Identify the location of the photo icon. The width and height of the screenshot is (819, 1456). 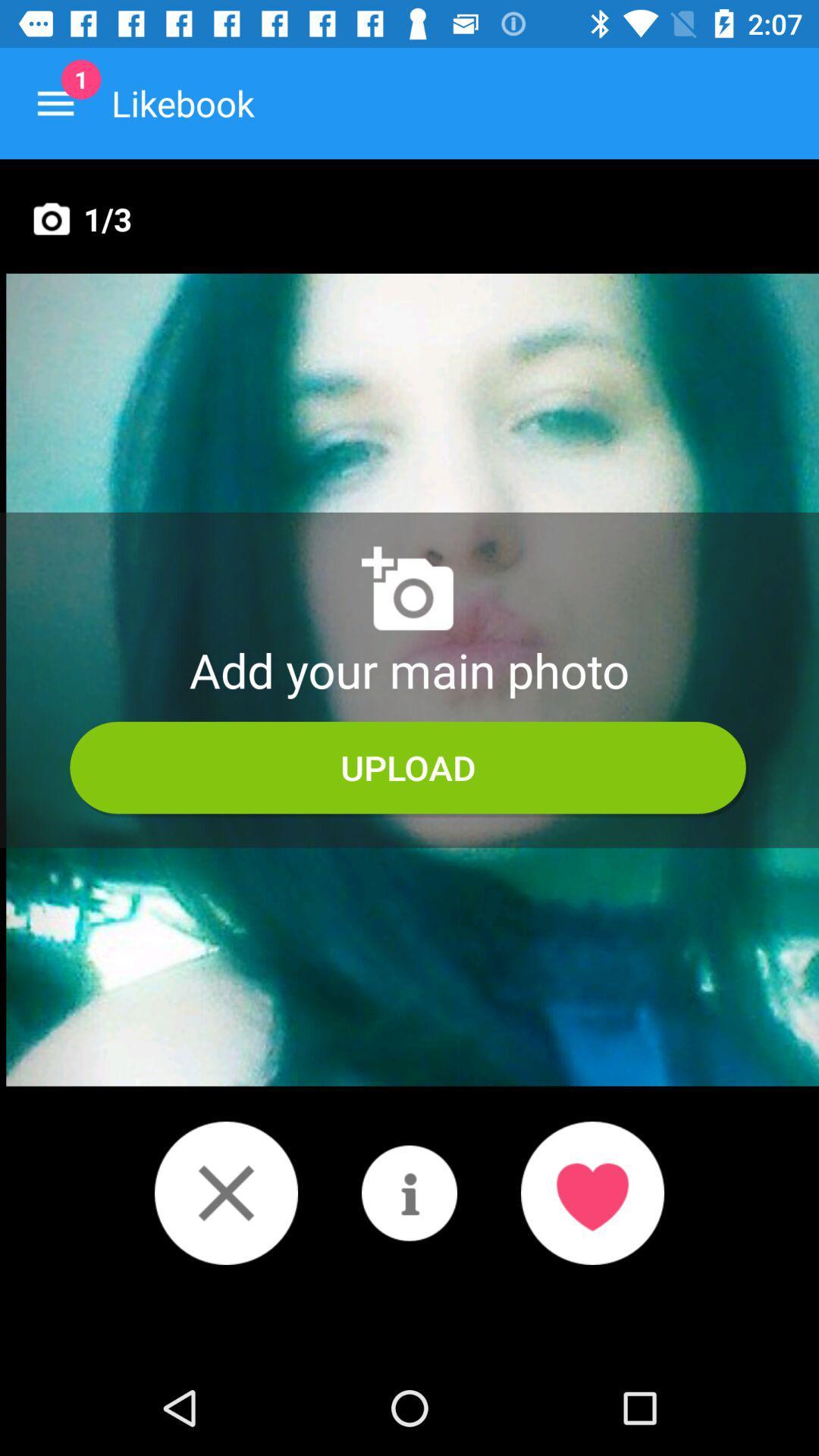
(409, 589).